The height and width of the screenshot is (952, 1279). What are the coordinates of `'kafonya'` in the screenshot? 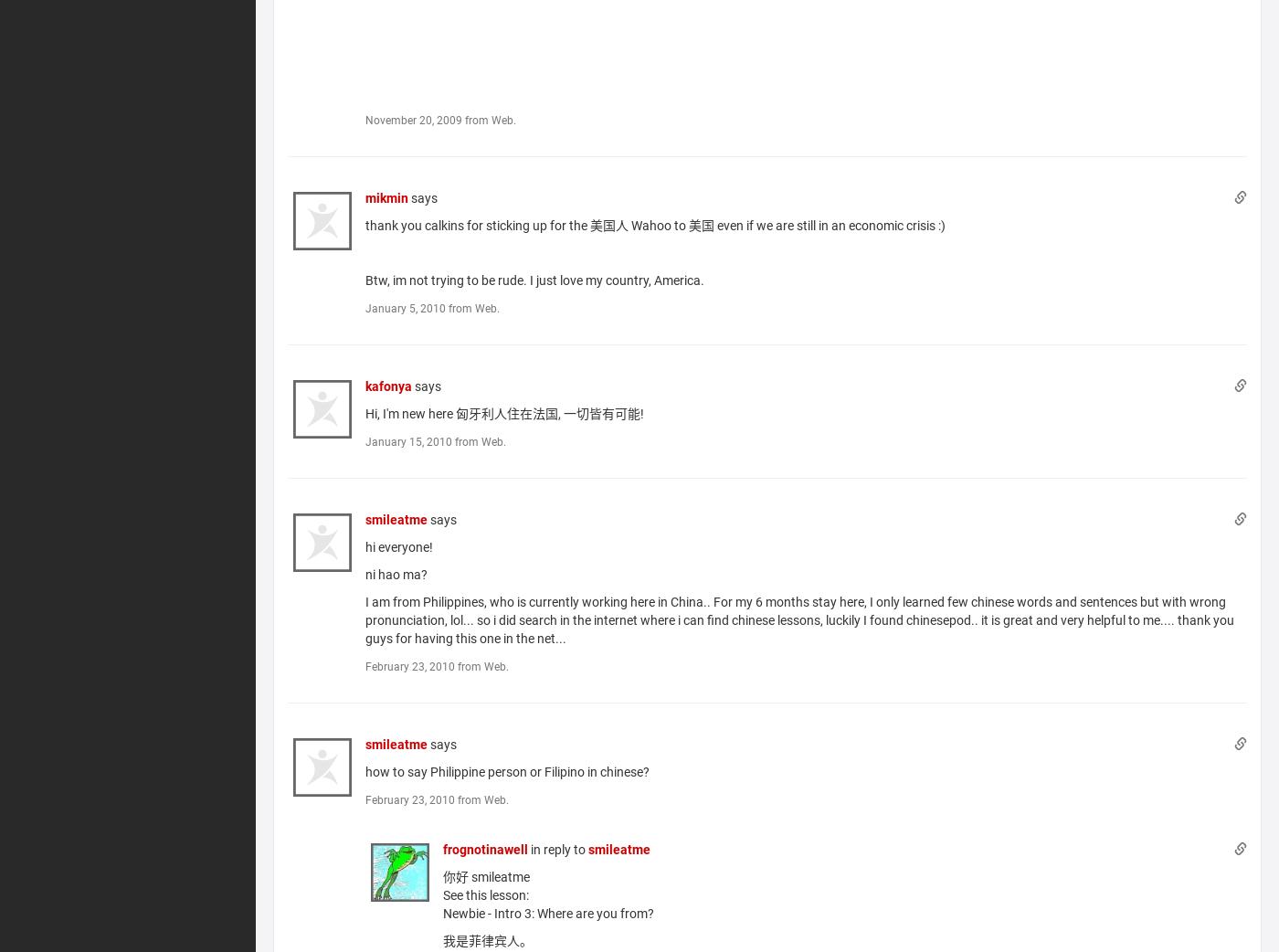 It's located at (387, 385).